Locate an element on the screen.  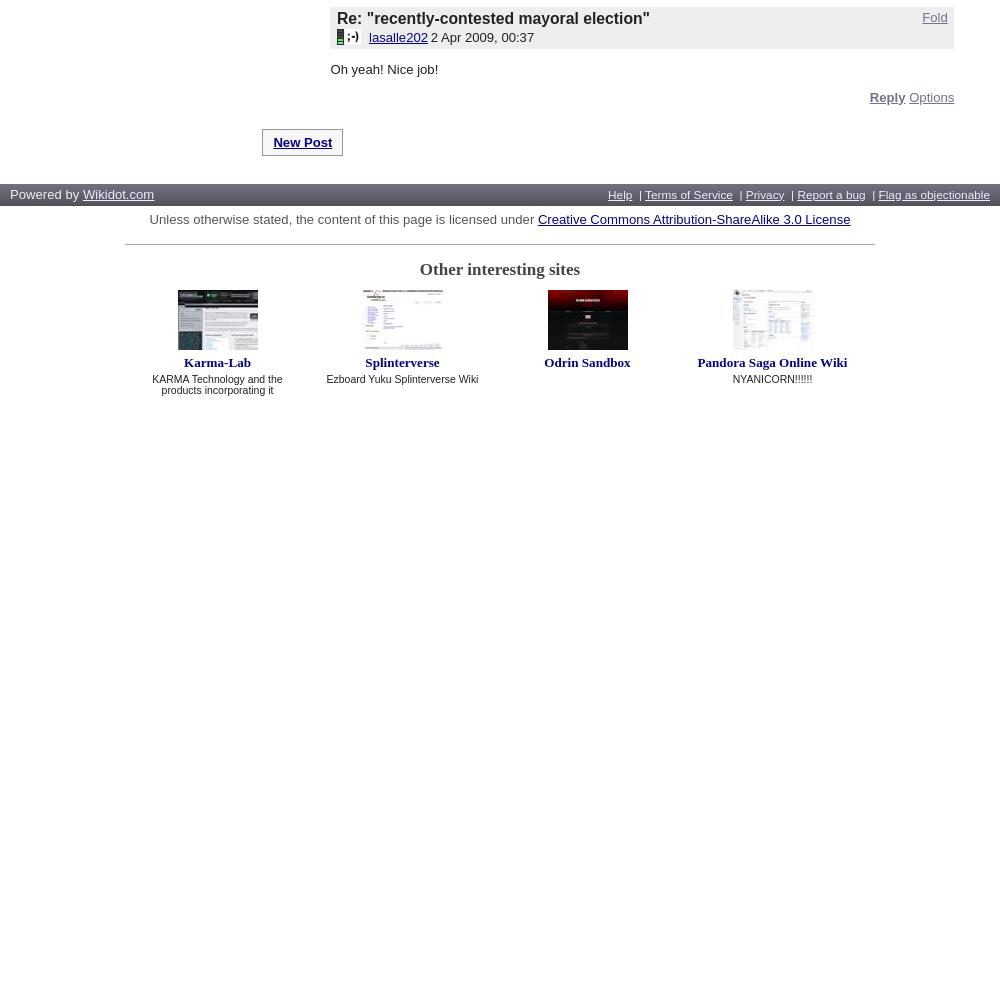
'Re: "recently-contested mayoral election"' is located at coordinates (492, 17).